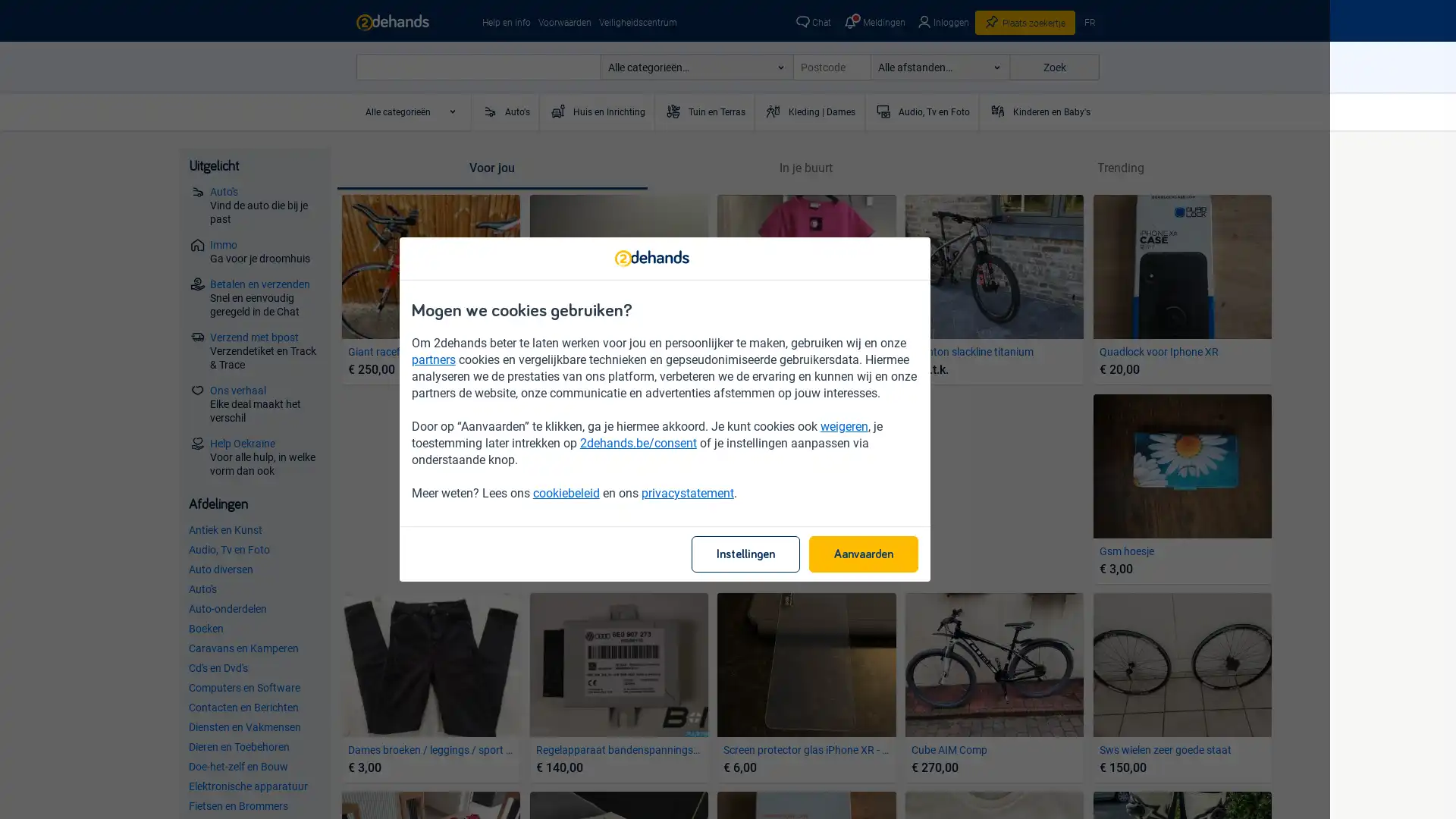 This screenshot has height=819, width=1456. Describe the element at coordinates (873, 23) in the screenshot. I see `Meldingen` at that location.